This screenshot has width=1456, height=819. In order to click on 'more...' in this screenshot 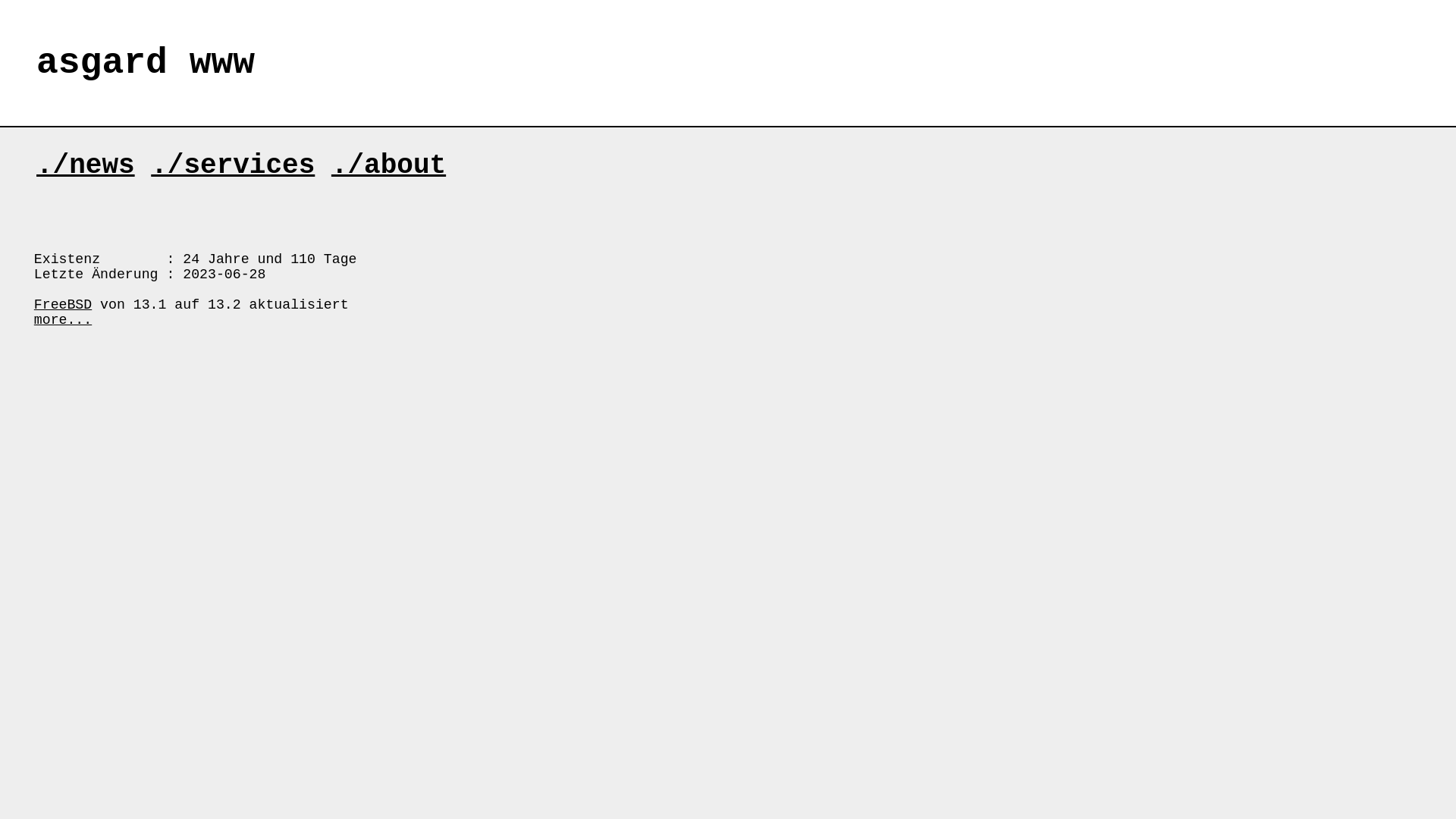, I will do `click(61, 318)`.